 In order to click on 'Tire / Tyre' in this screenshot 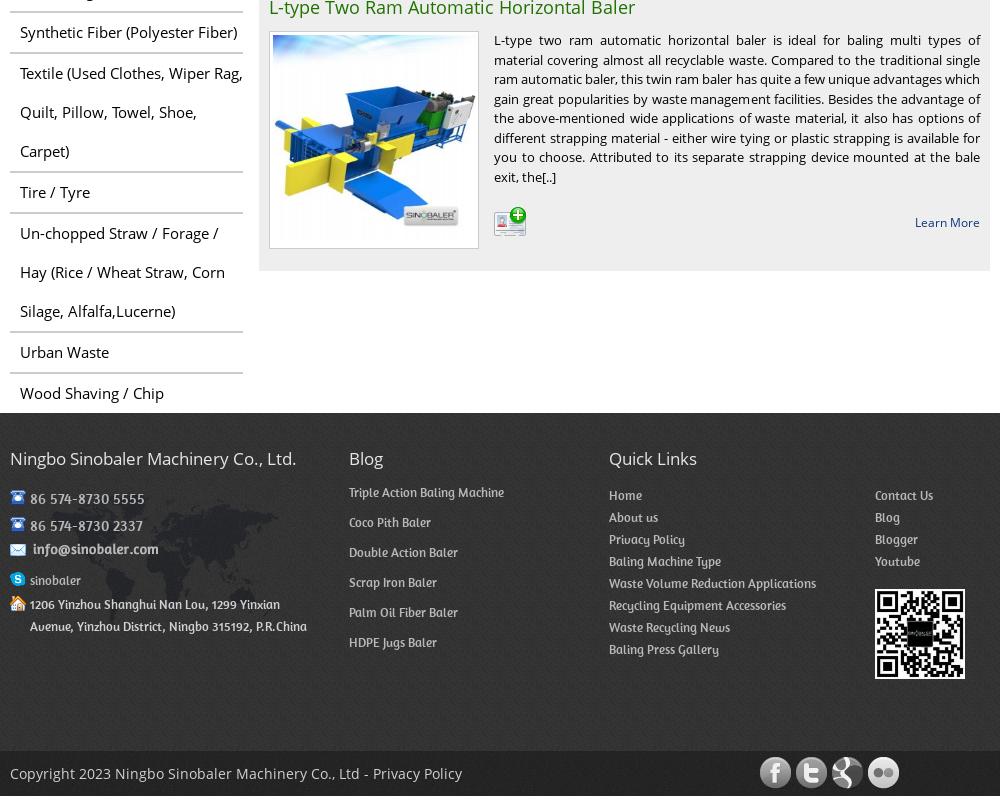, I will do `click(55, 190)`.